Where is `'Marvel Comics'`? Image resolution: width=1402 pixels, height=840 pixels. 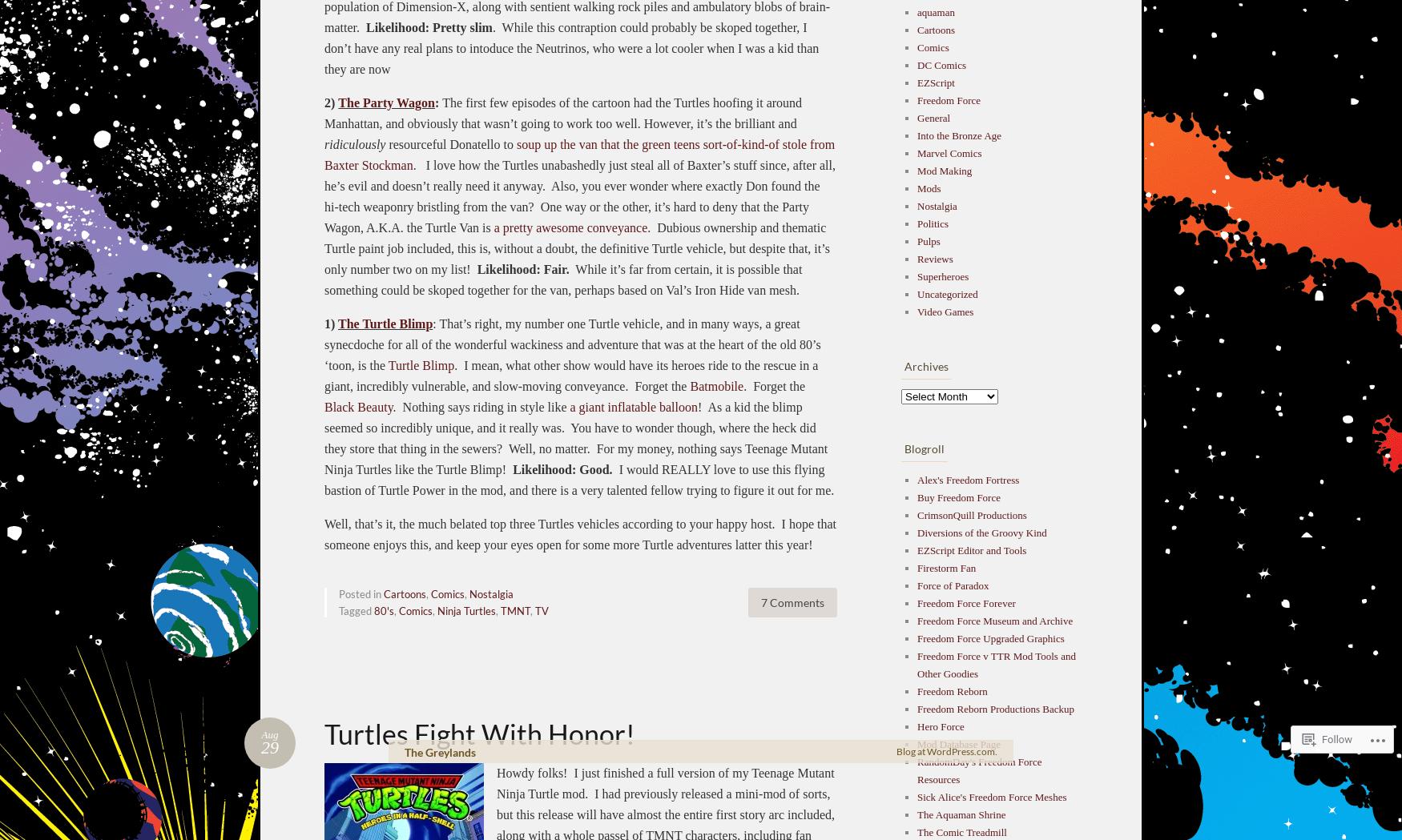 'Marvel Comics' is located at coordinates (948, 152).